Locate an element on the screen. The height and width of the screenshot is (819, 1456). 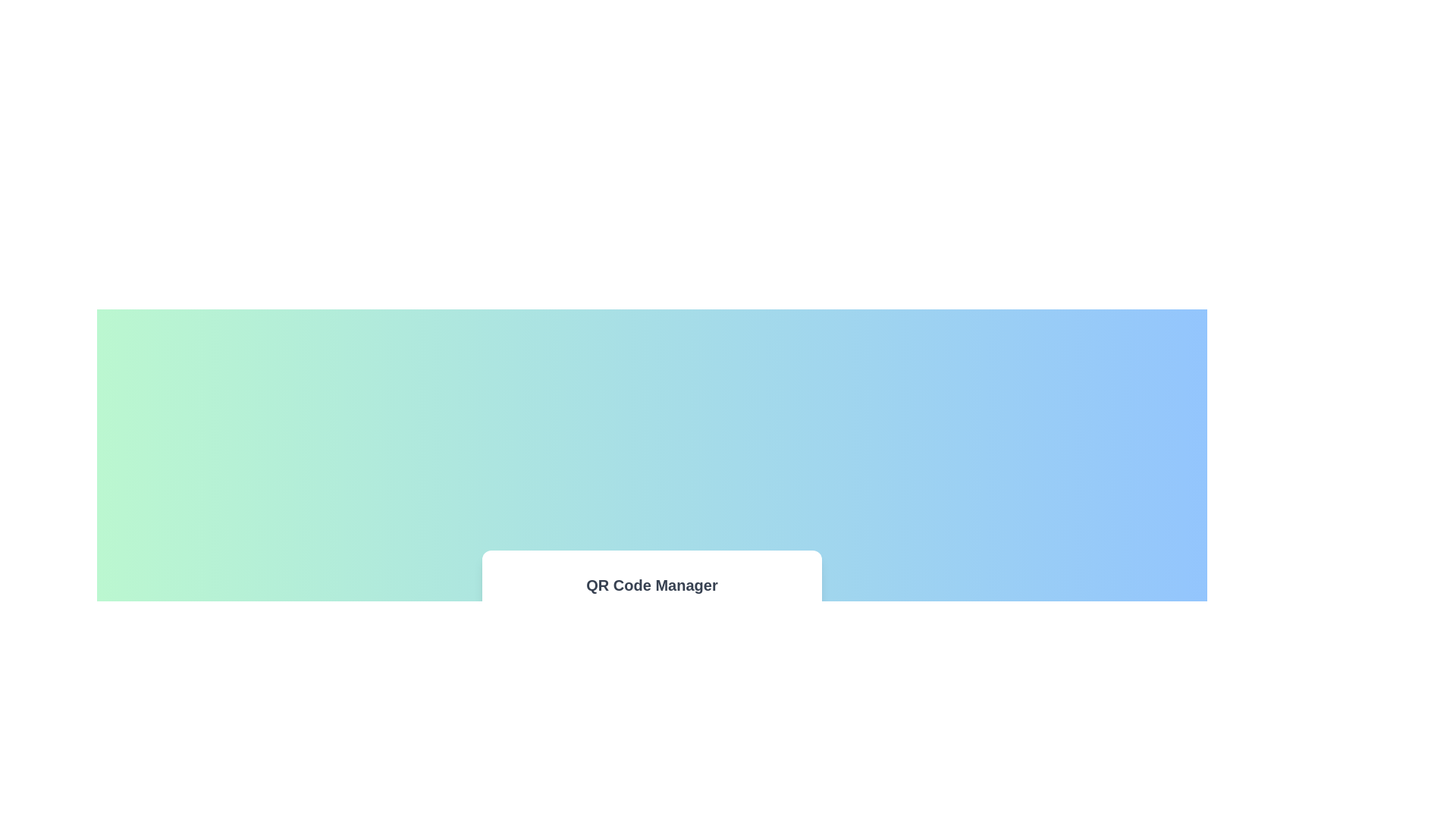
the static text label reading 'QR Code Manager', which is styled with a larger font size and bold weight, located at the top center of a white rectangular card is located at coordinates (651, 584).